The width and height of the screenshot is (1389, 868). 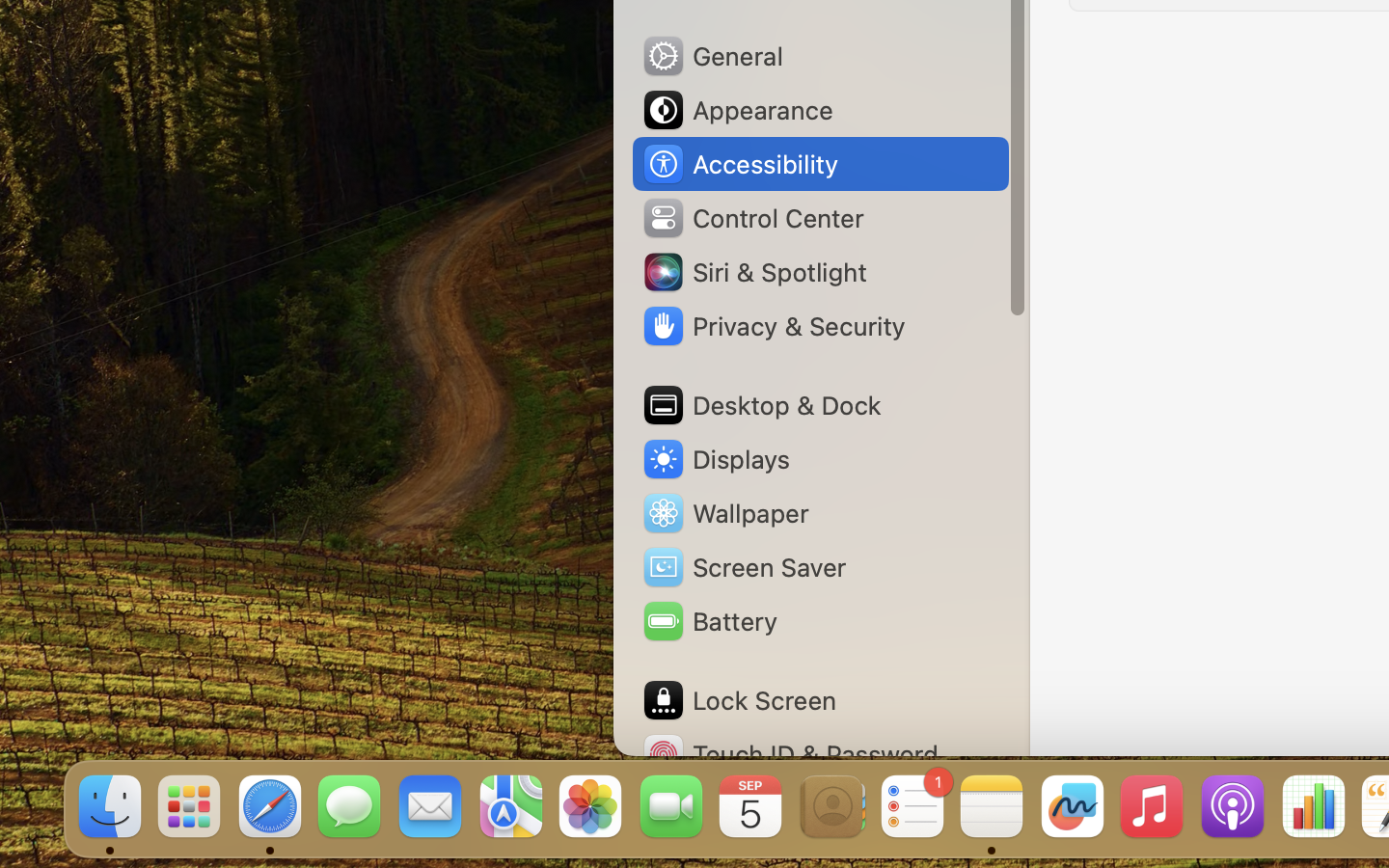 What do you see at coordinates (710, 54) in the screenshot?
I see `'General'` at bounding box center [710, 54].